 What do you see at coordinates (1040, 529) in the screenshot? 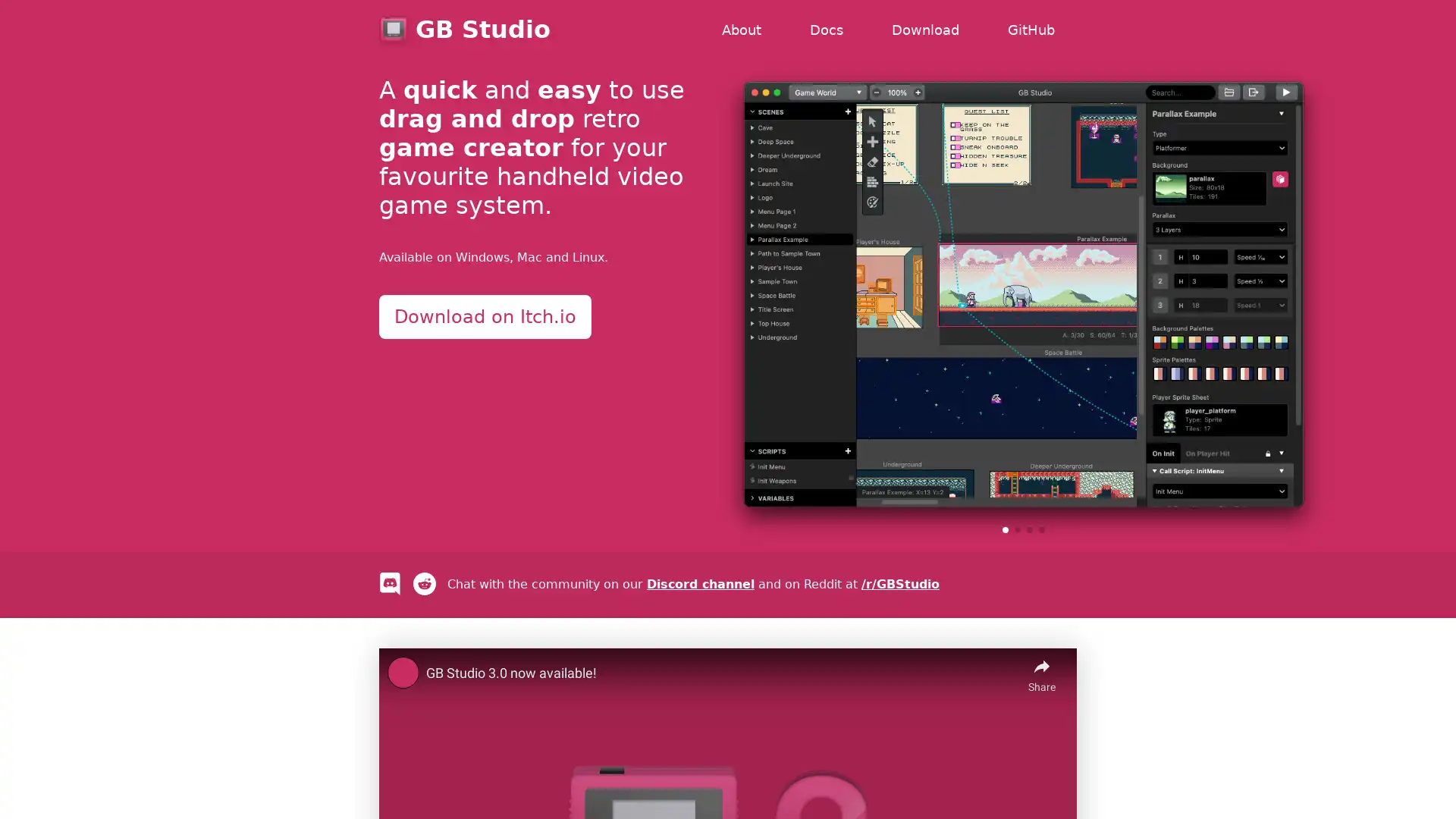
I see `Go to slide 4` at bounding box center [1040, 529].